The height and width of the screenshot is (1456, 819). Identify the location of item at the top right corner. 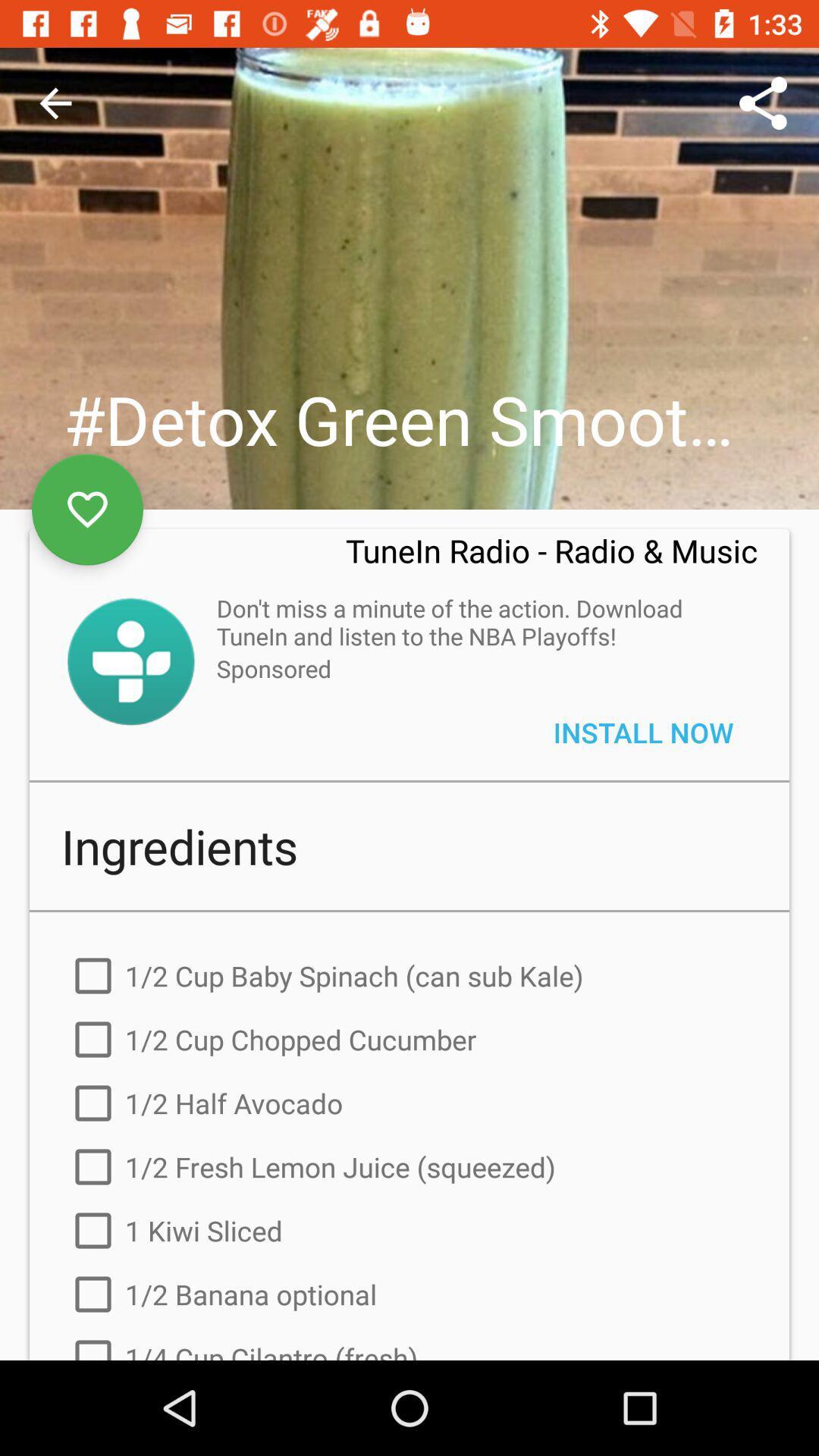
(763, 102).